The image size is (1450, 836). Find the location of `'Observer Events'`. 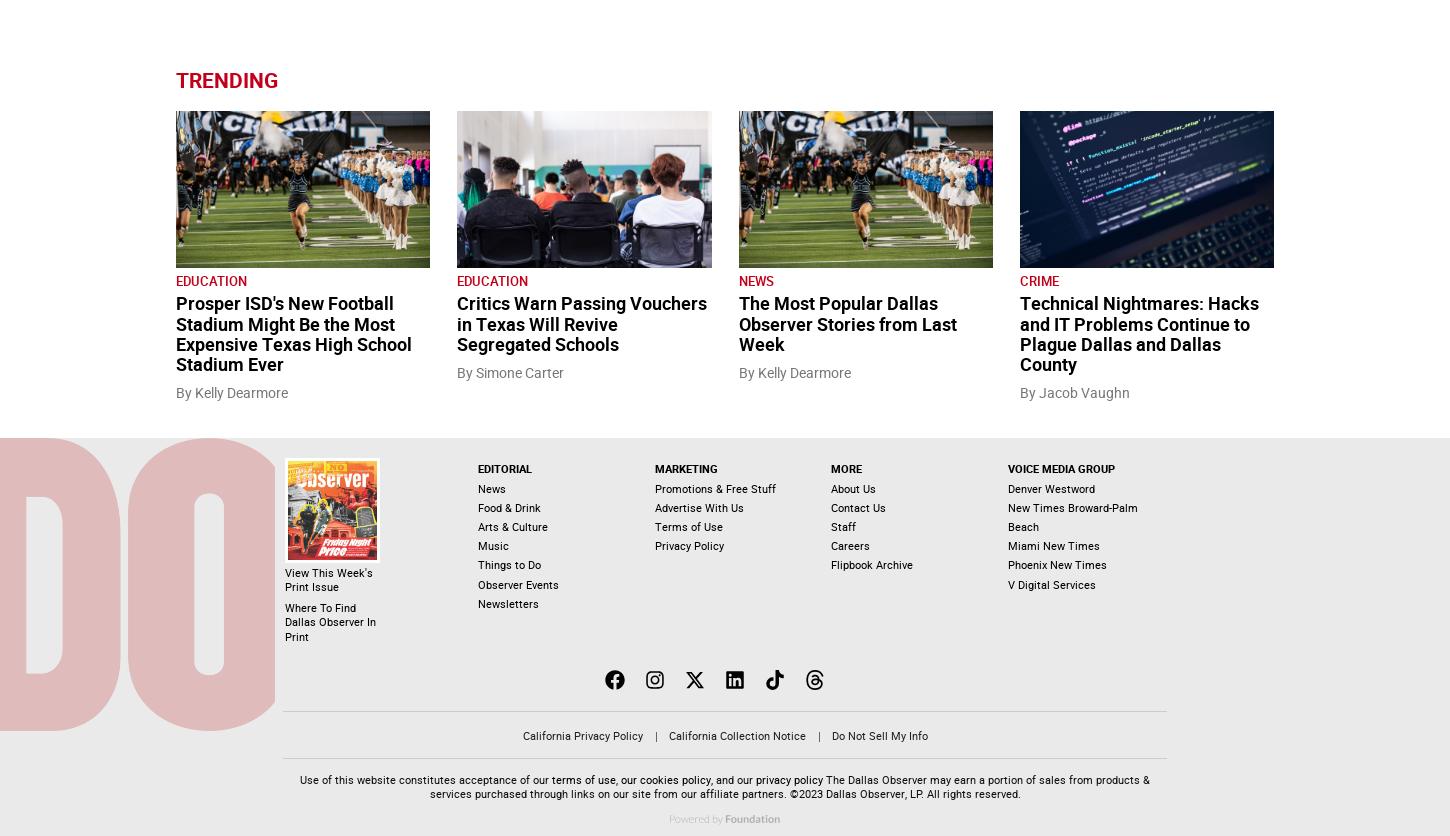

'Observer Events' is located at coordinates (517, 583).